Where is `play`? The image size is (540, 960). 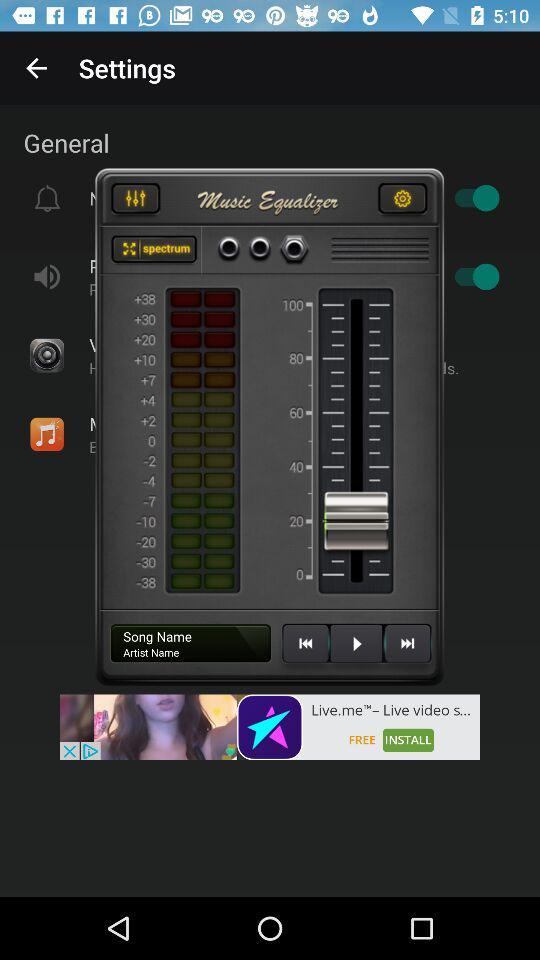
play is located at coordinates (355, 650).